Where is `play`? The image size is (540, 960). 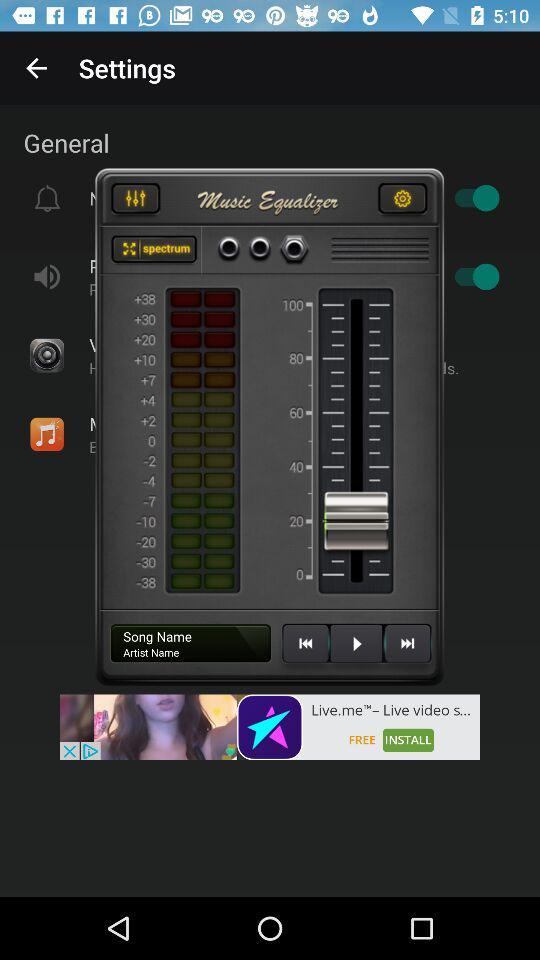
play is located at coordinates (355, 650).